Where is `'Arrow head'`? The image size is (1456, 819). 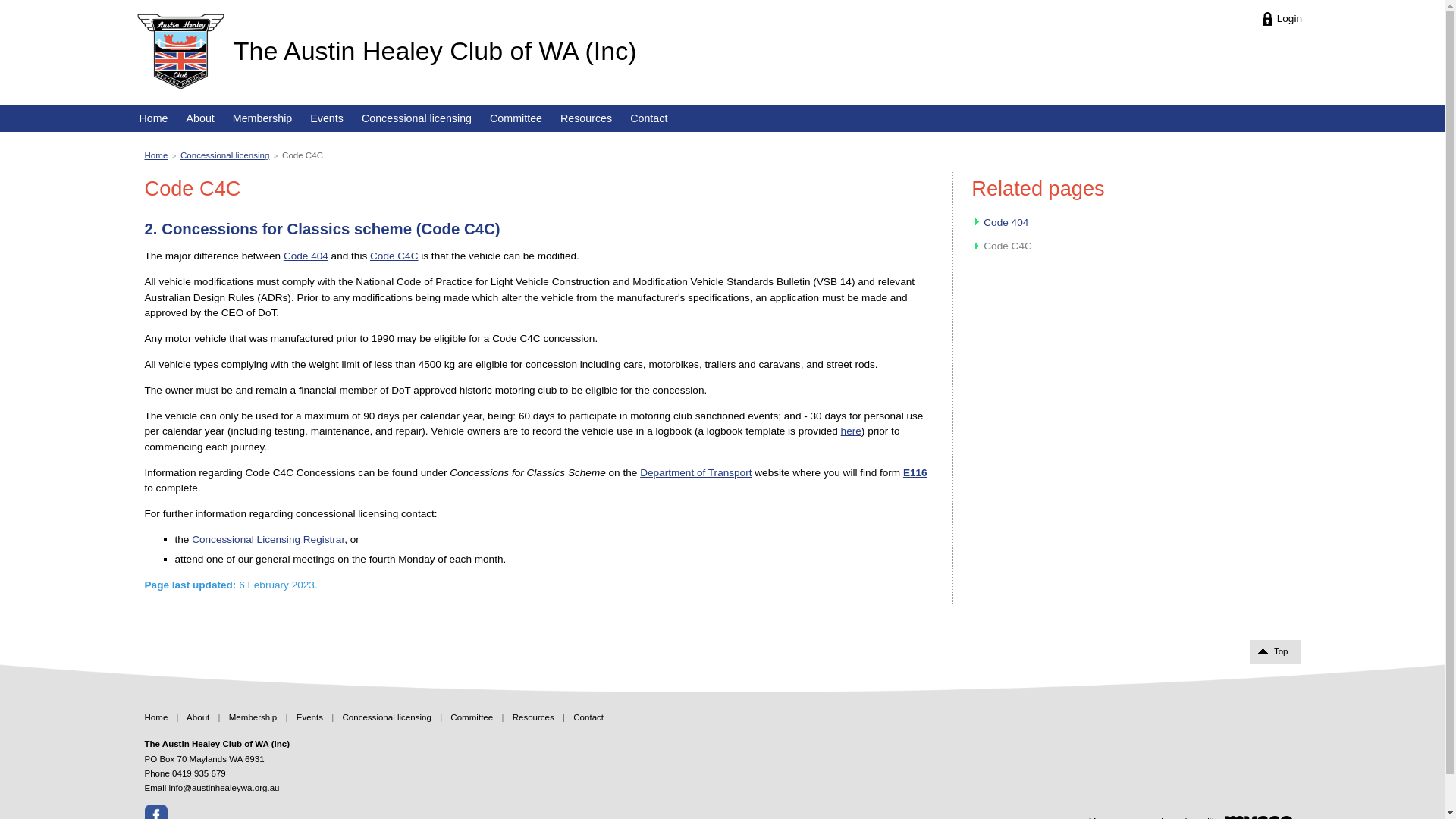 'Arrow head' is located at coordinates (979, 222).